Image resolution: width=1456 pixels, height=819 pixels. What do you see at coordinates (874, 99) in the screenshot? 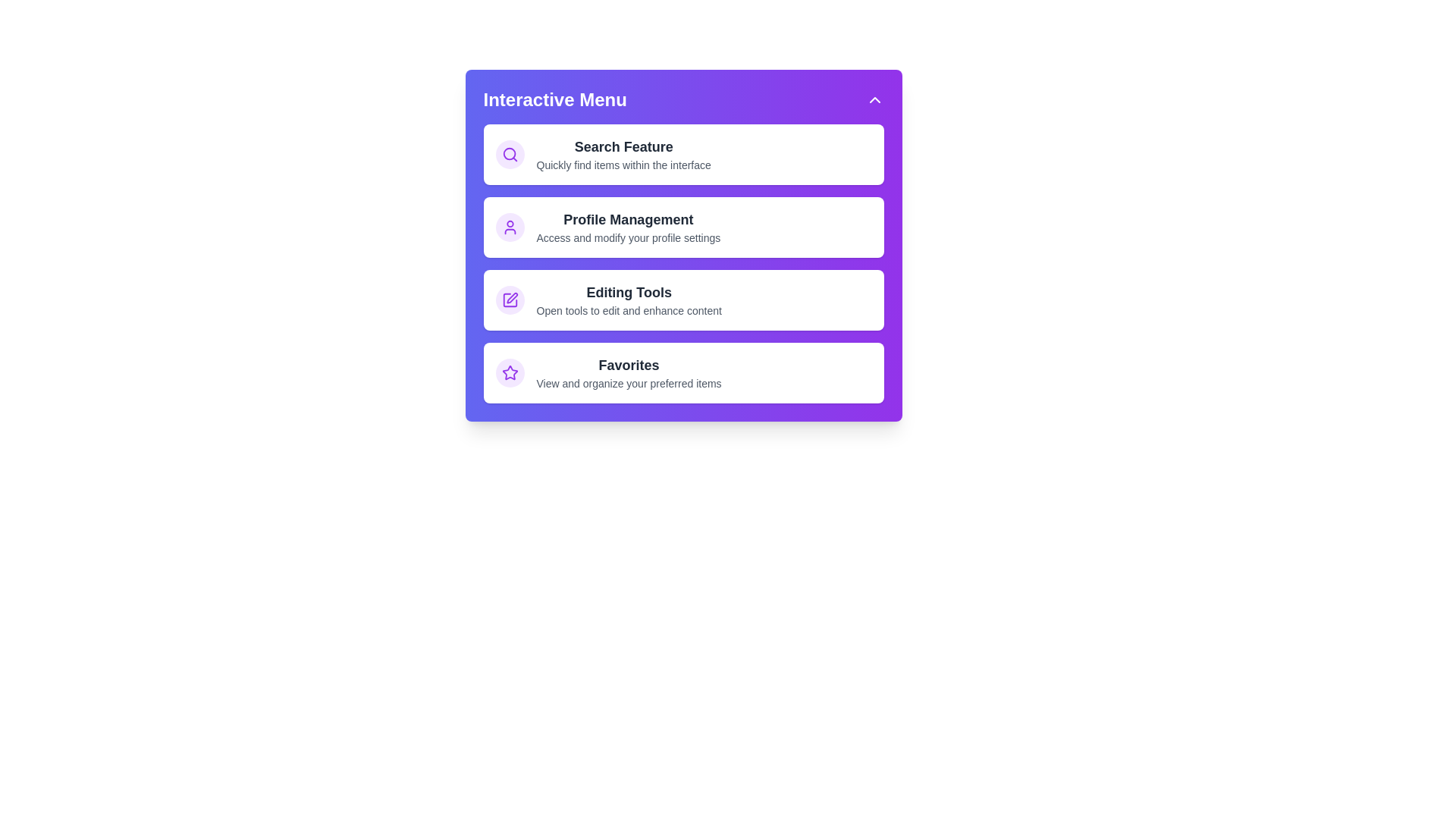
I see `the arrow button to toggle the menu visibility` at bounding box center [874, 99].